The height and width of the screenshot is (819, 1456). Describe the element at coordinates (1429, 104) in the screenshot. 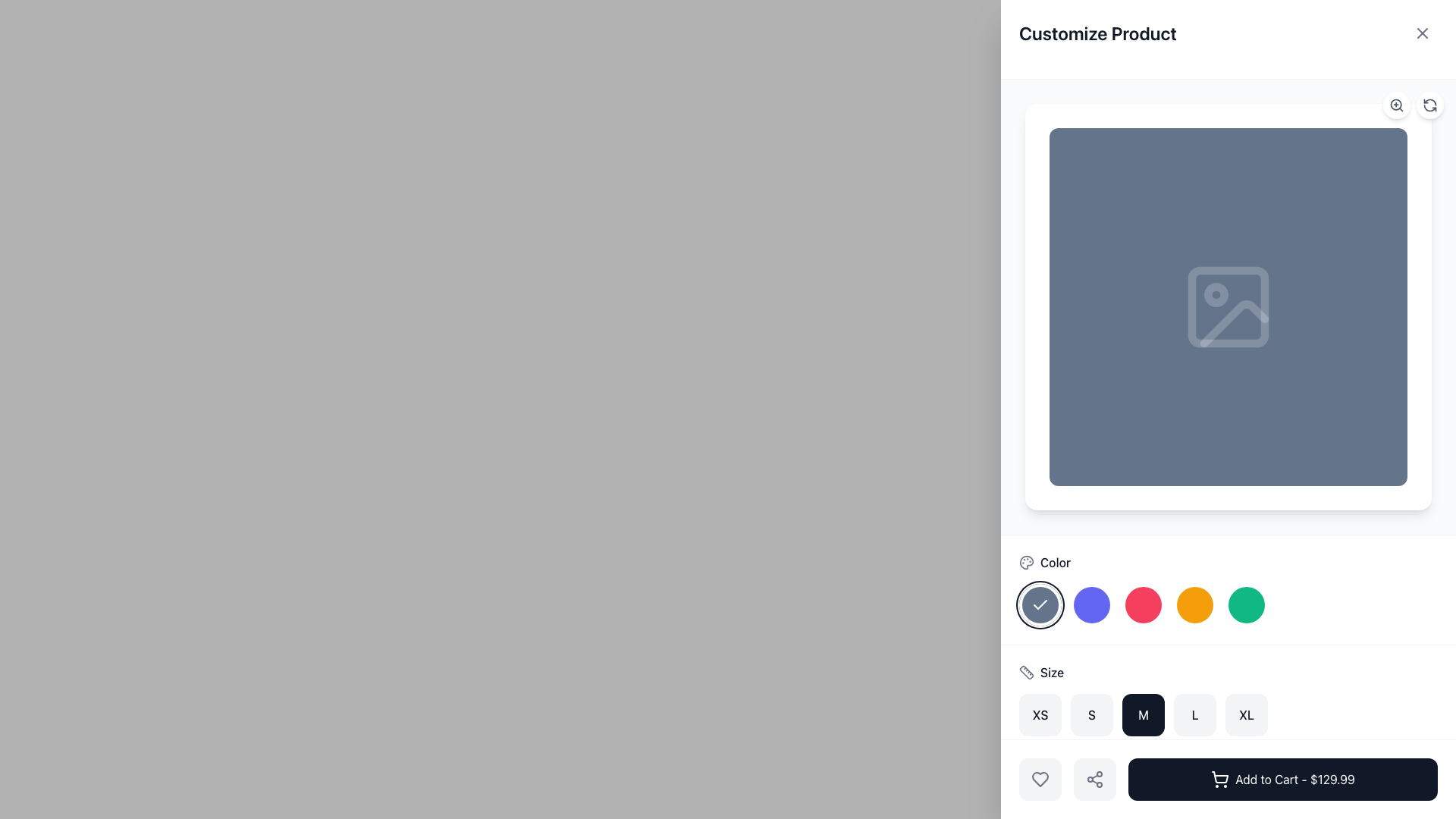

I see `the second circular button in the top-right corner with a refresh icon to refresh the view or content` at that location.